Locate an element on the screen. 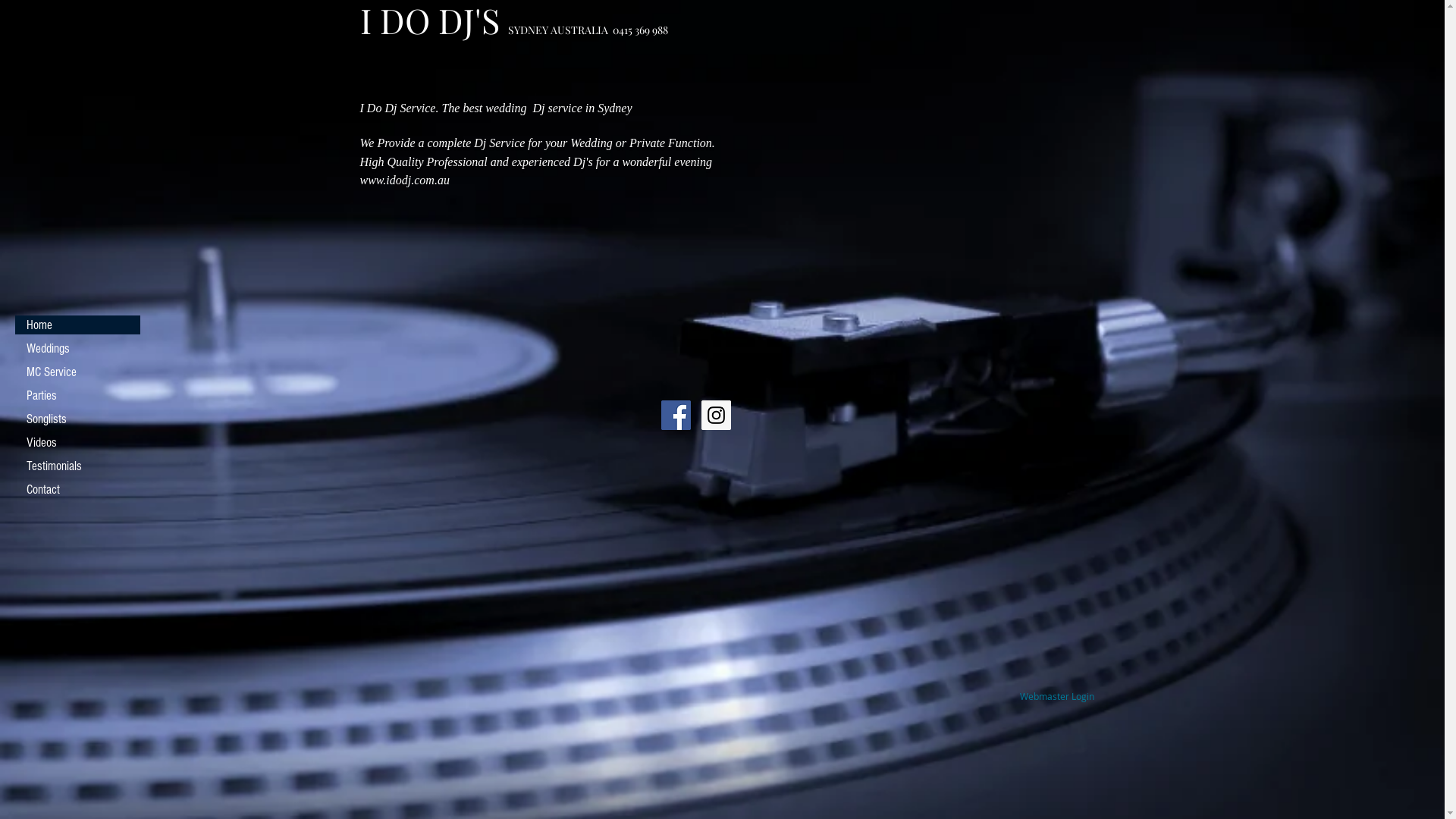 This screenshot has height=819, width=1456. 'MC Service' is located at coordinates (77, 372).